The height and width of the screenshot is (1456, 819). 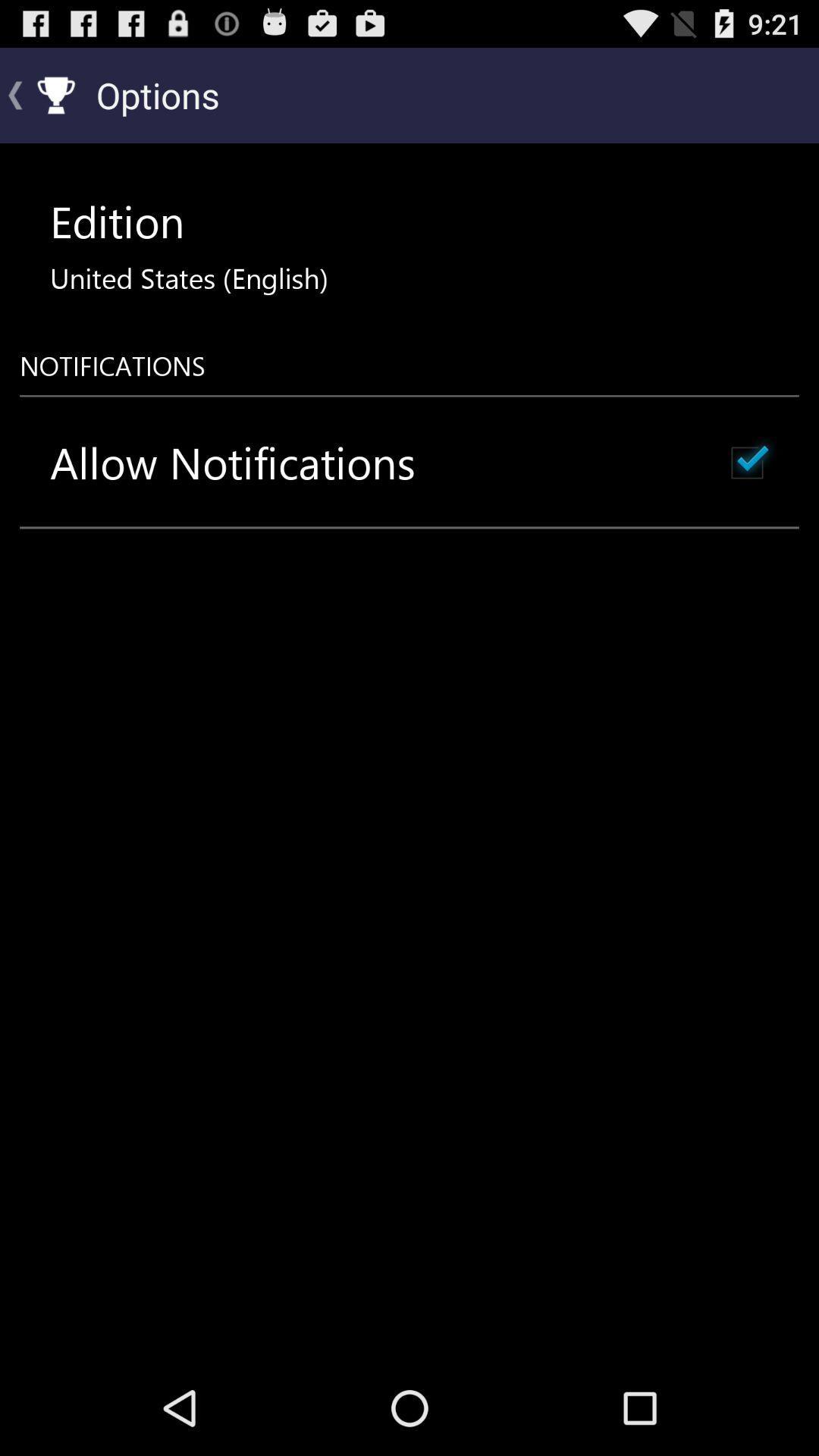 What do you see at coordinates (188, 278) in the screenshot?
I see `the icon below the edition` at bounding box center [188, 278].